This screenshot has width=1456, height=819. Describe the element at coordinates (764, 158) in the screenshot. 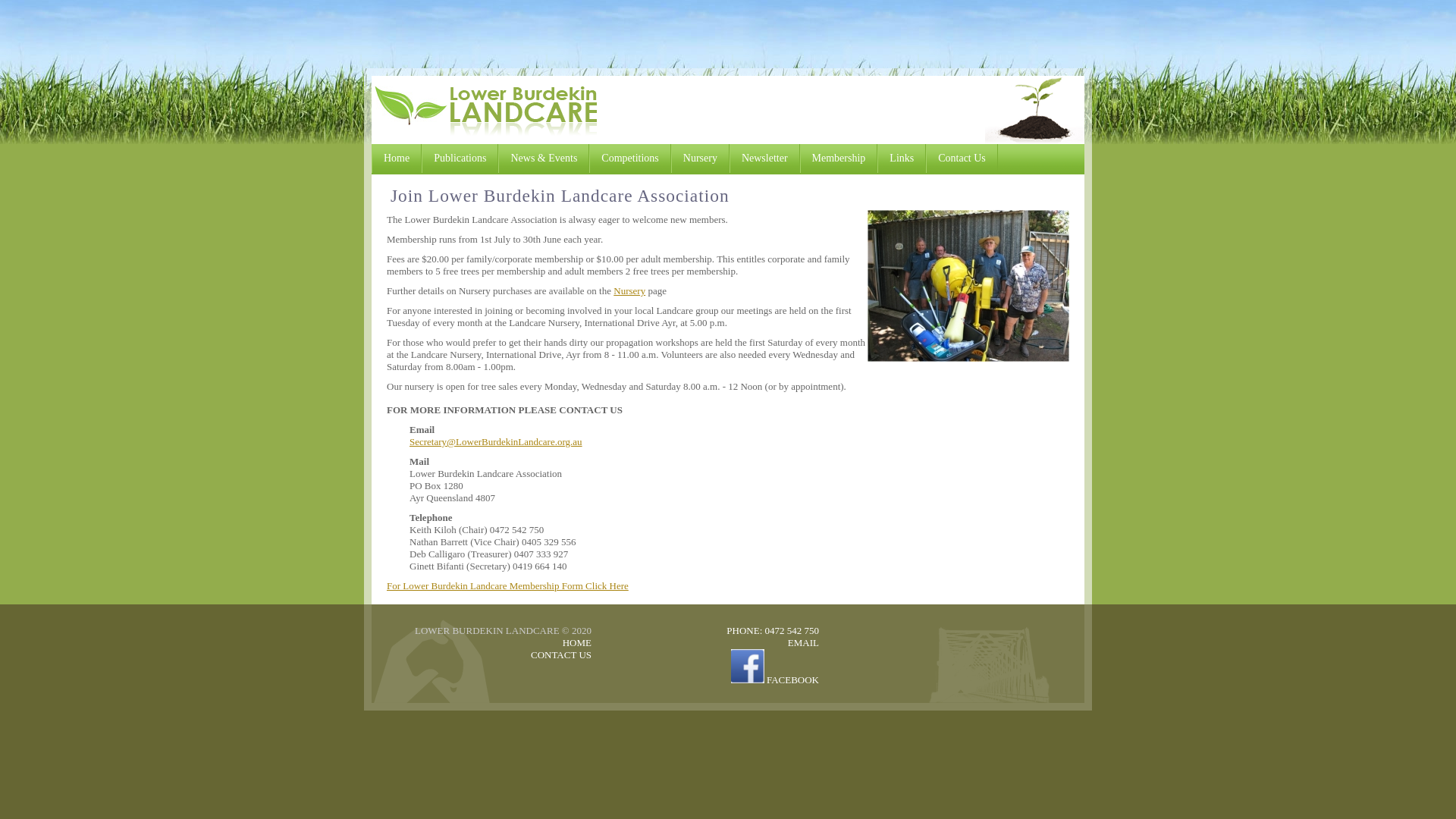

I see `'Newsletter'` at that location.